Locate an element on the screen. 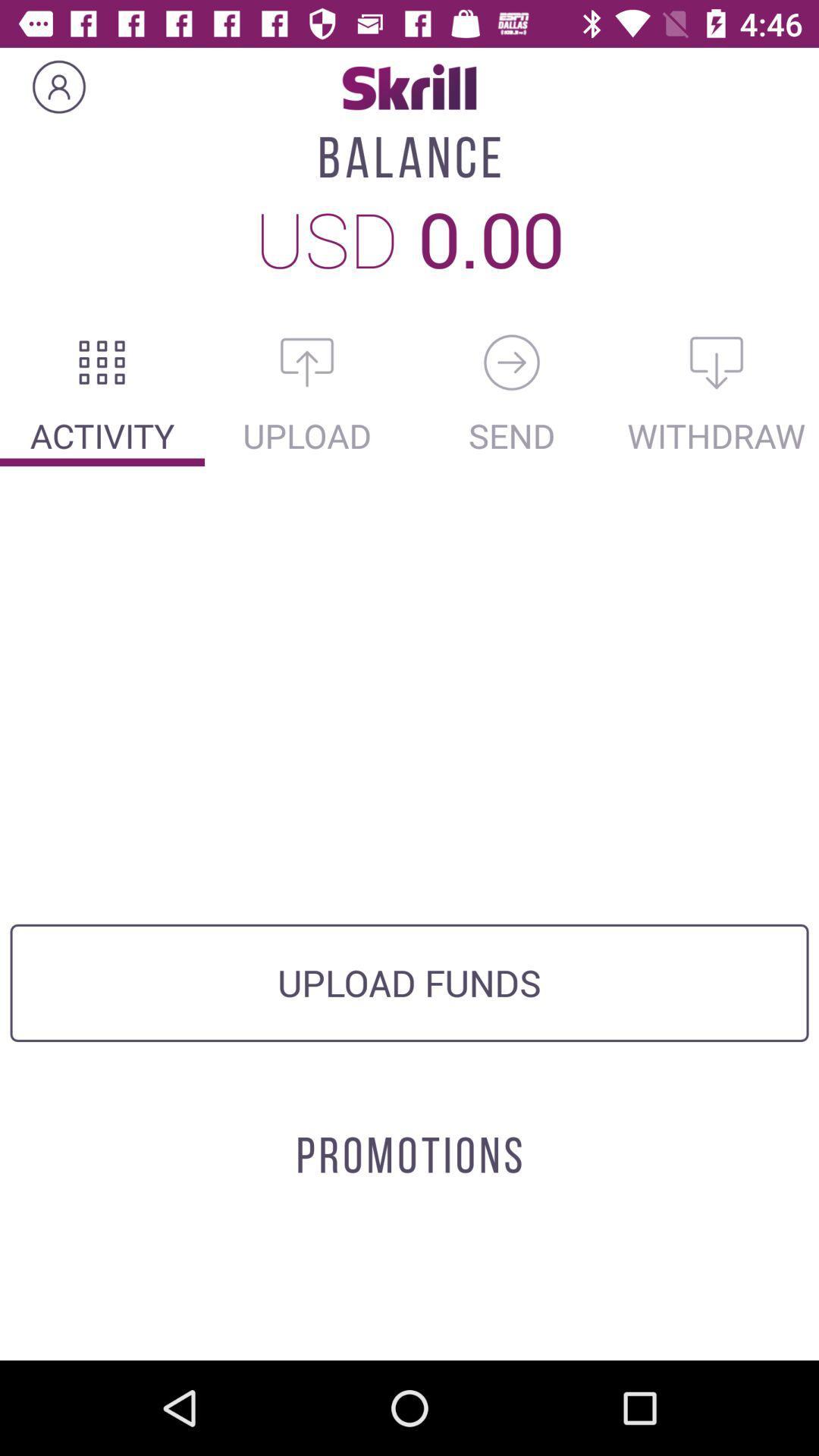 This screenshot has width=819, height=1456. send is located at coordinates (512, 362).